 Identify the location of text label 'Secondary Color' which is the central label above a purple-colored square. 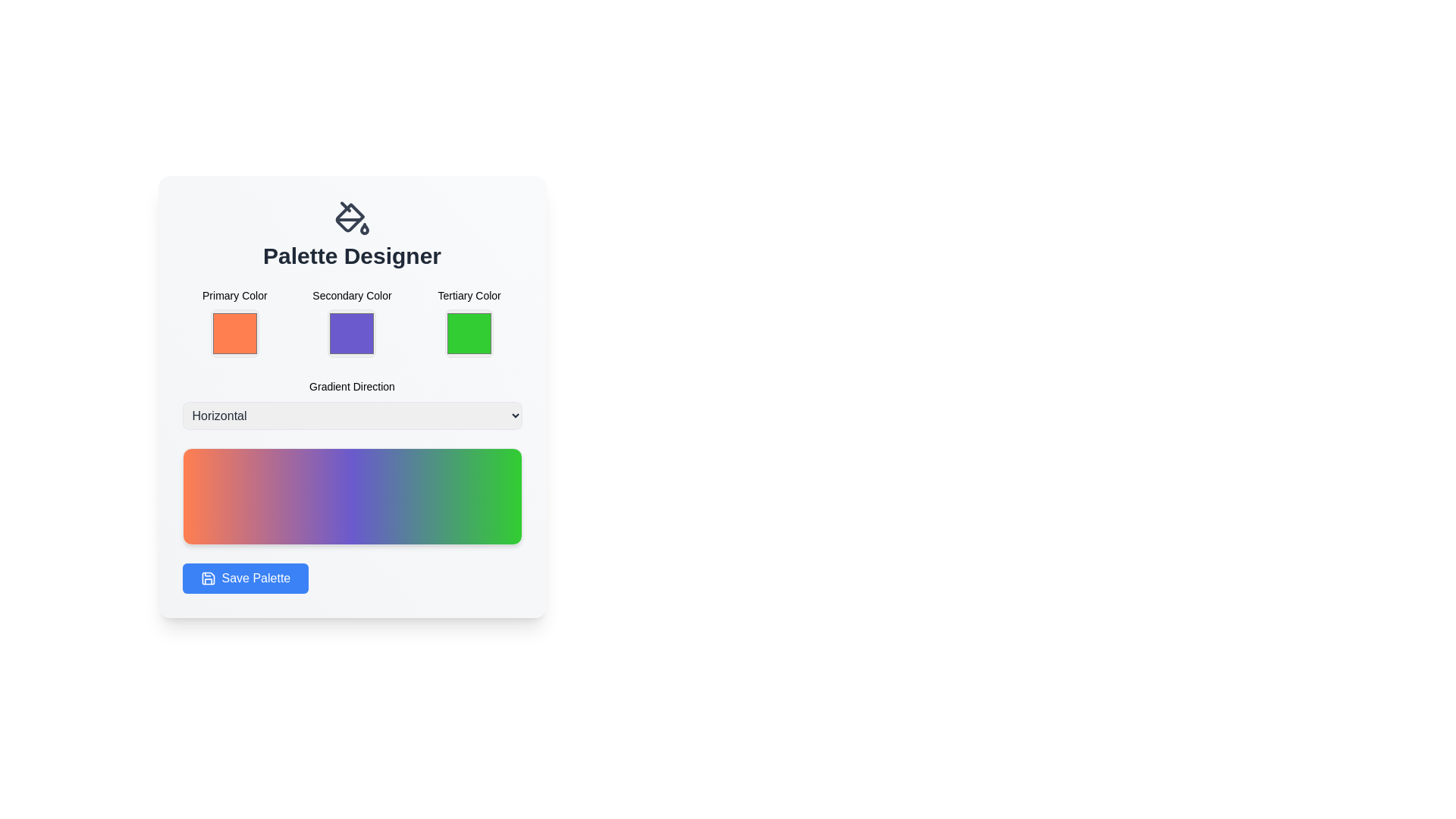
(351, 295).